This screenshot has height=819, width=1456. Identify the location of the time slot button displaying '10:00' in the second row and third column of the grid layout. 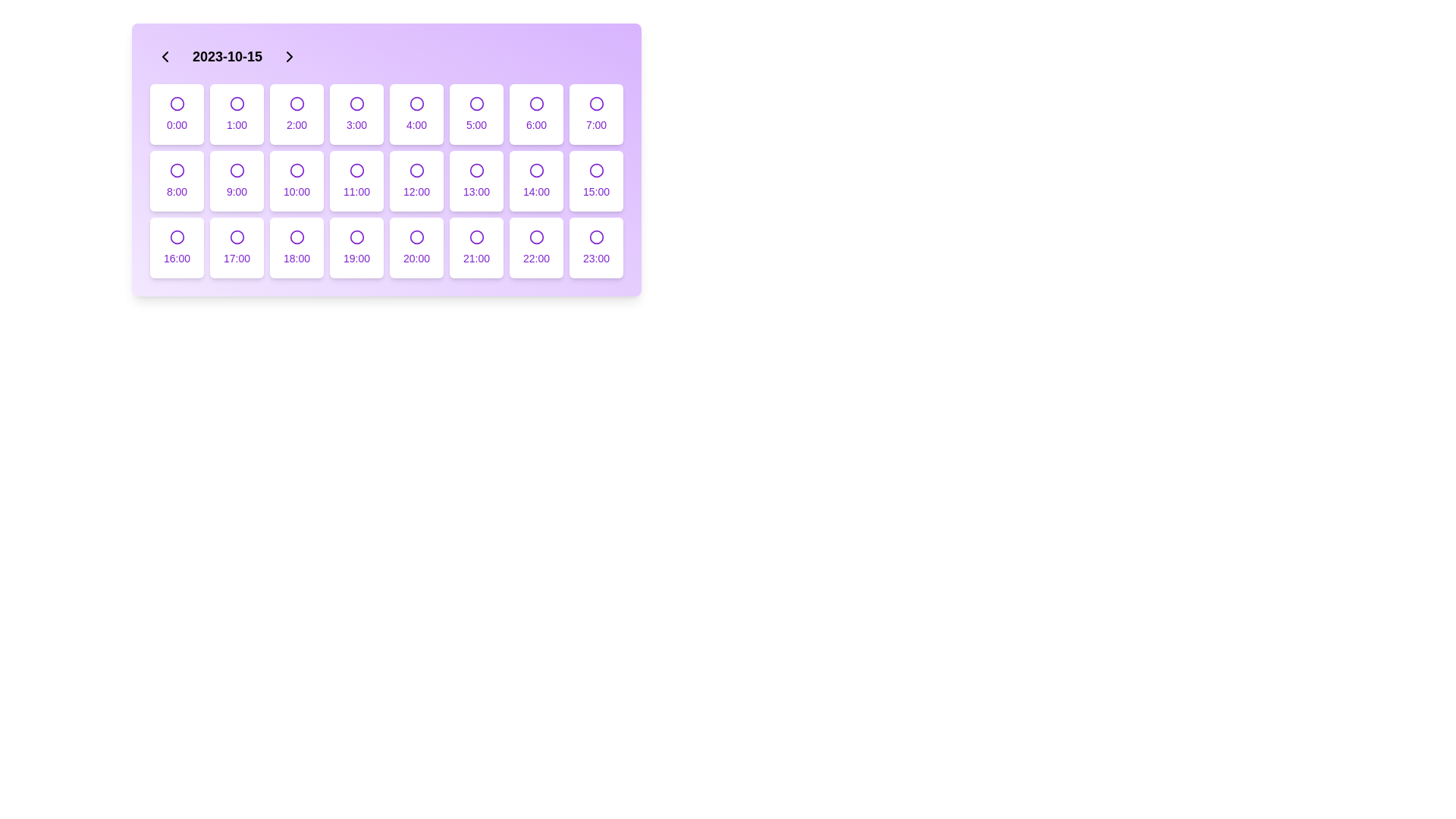
(297, 180).